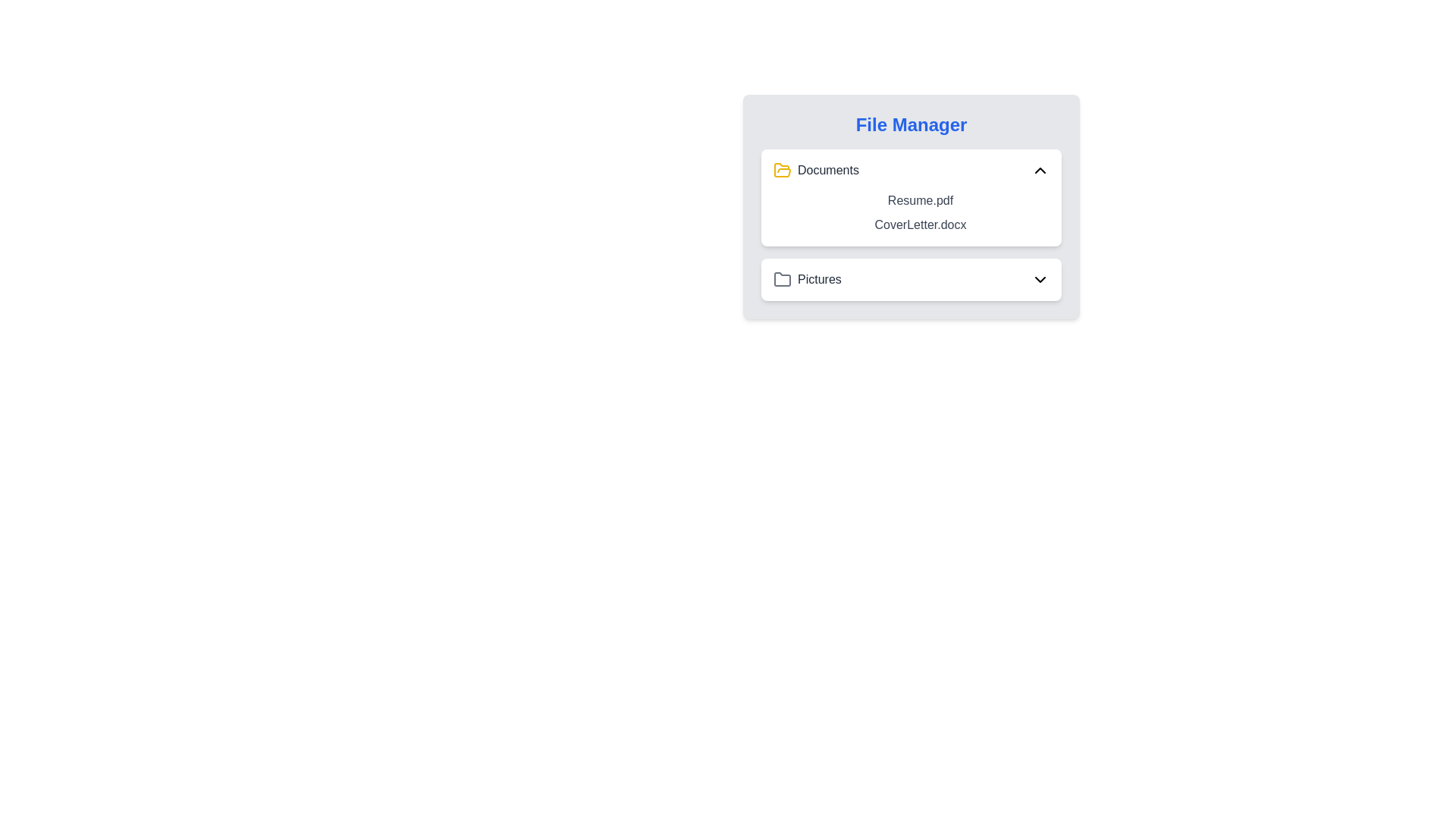  I want to click on the decorative folder icon that represents the 'Documents' group in the file manager interface, located at the top-left part of the 'File Manager' pane, so click(783, 170).